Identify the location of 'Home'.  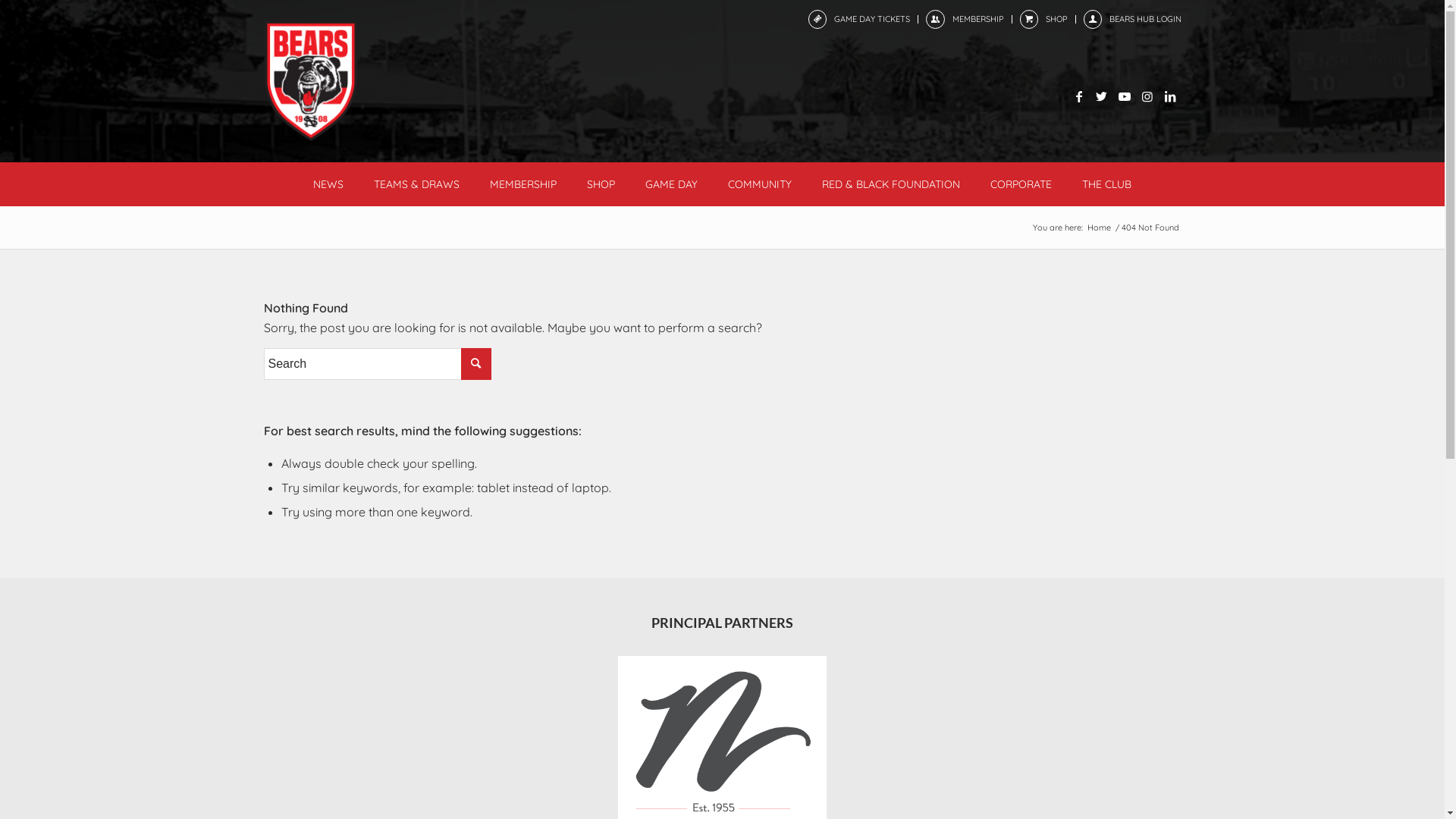
(1098, 227).